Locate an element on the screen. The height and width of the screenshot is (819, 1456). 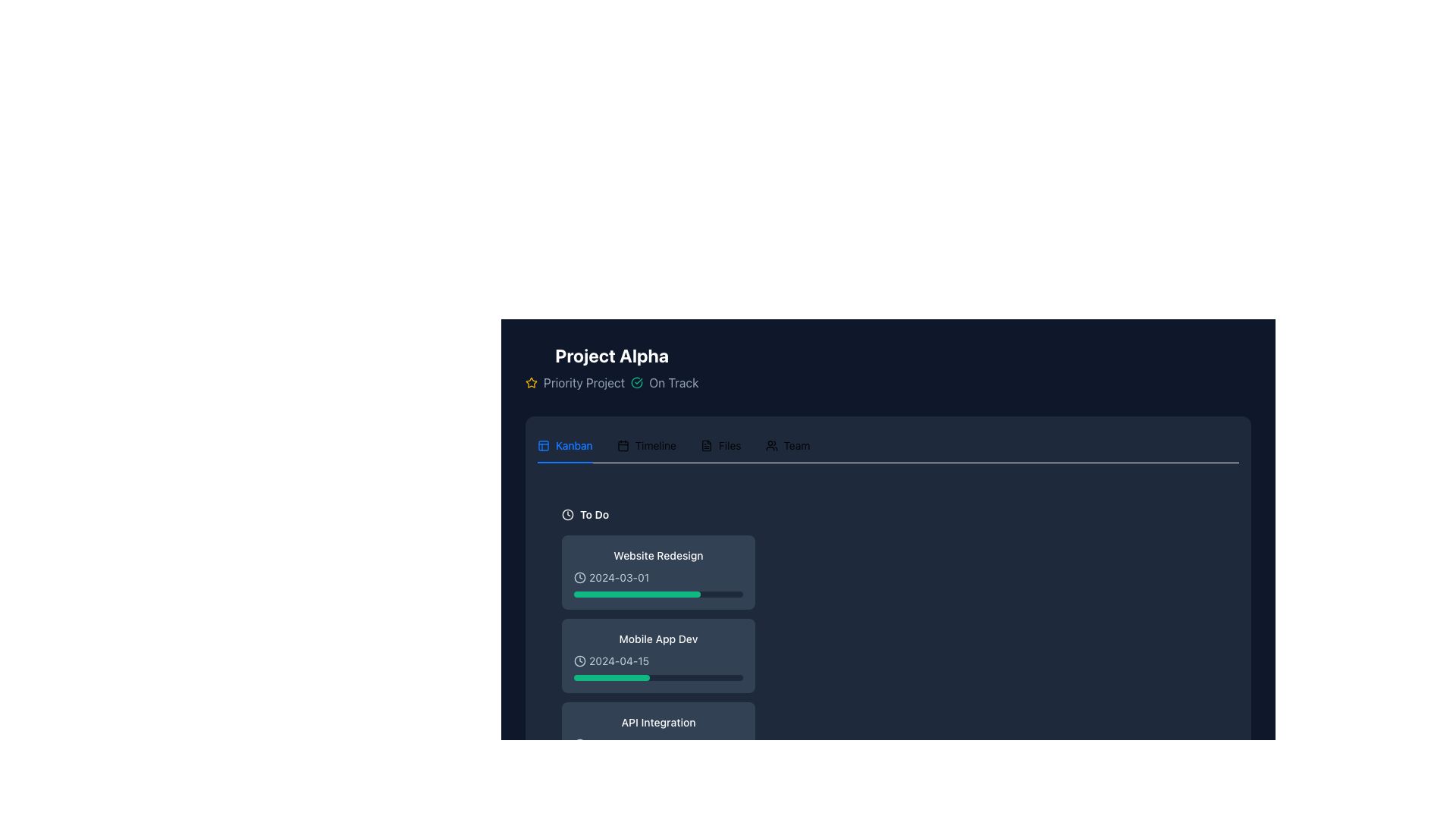
the visual indicator icon located on the left side of the 'Project Alpha' title, just above the 'Priority Project' status label is located at coordinates (531, 381).